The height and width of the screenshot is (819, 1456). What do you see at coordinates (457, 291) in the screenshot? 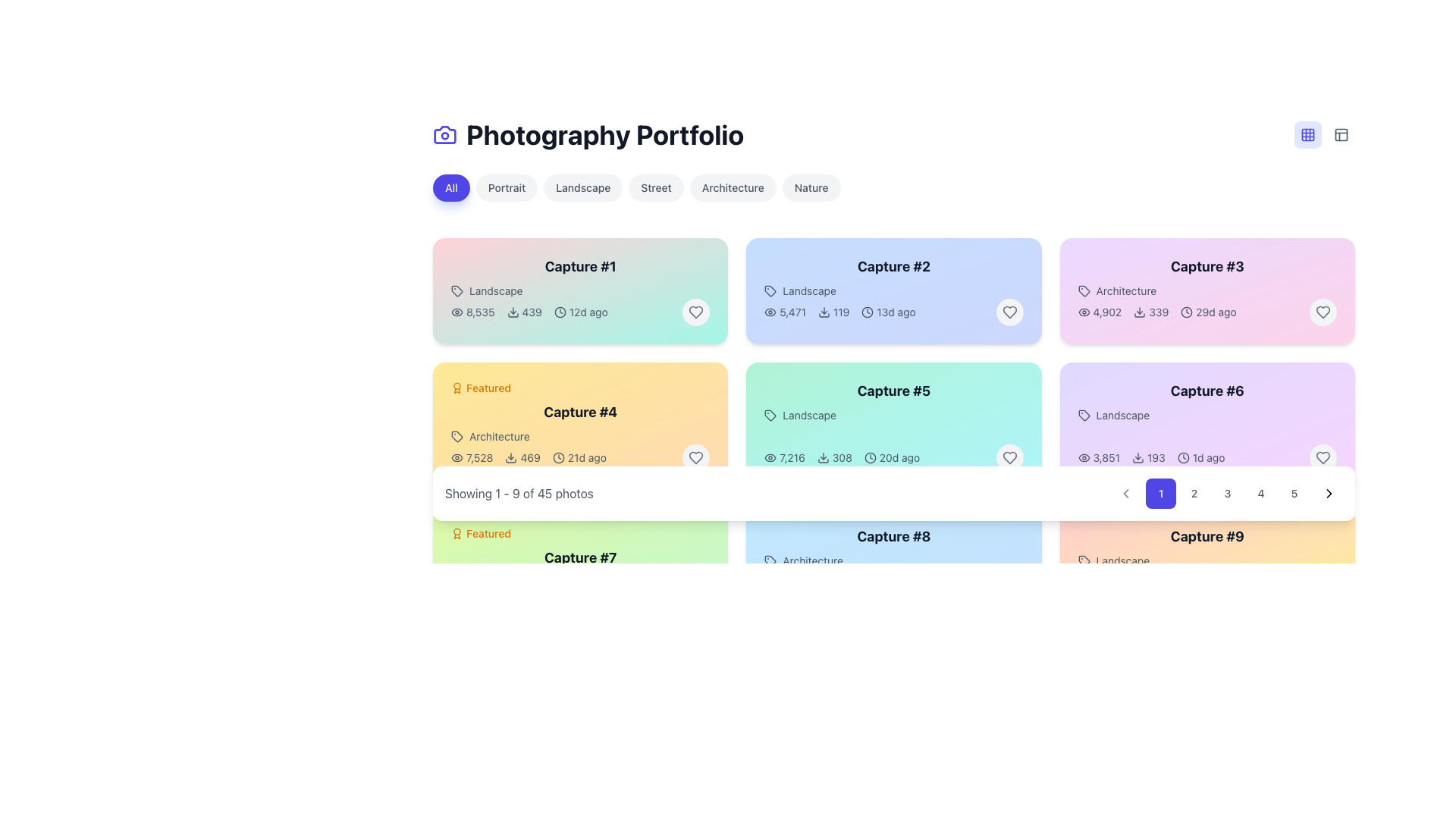
I see `the SVG Icon representing 'Landscape' located to the left of the text label in the top-left quadrant of the page` at bounding box center [457, 291].